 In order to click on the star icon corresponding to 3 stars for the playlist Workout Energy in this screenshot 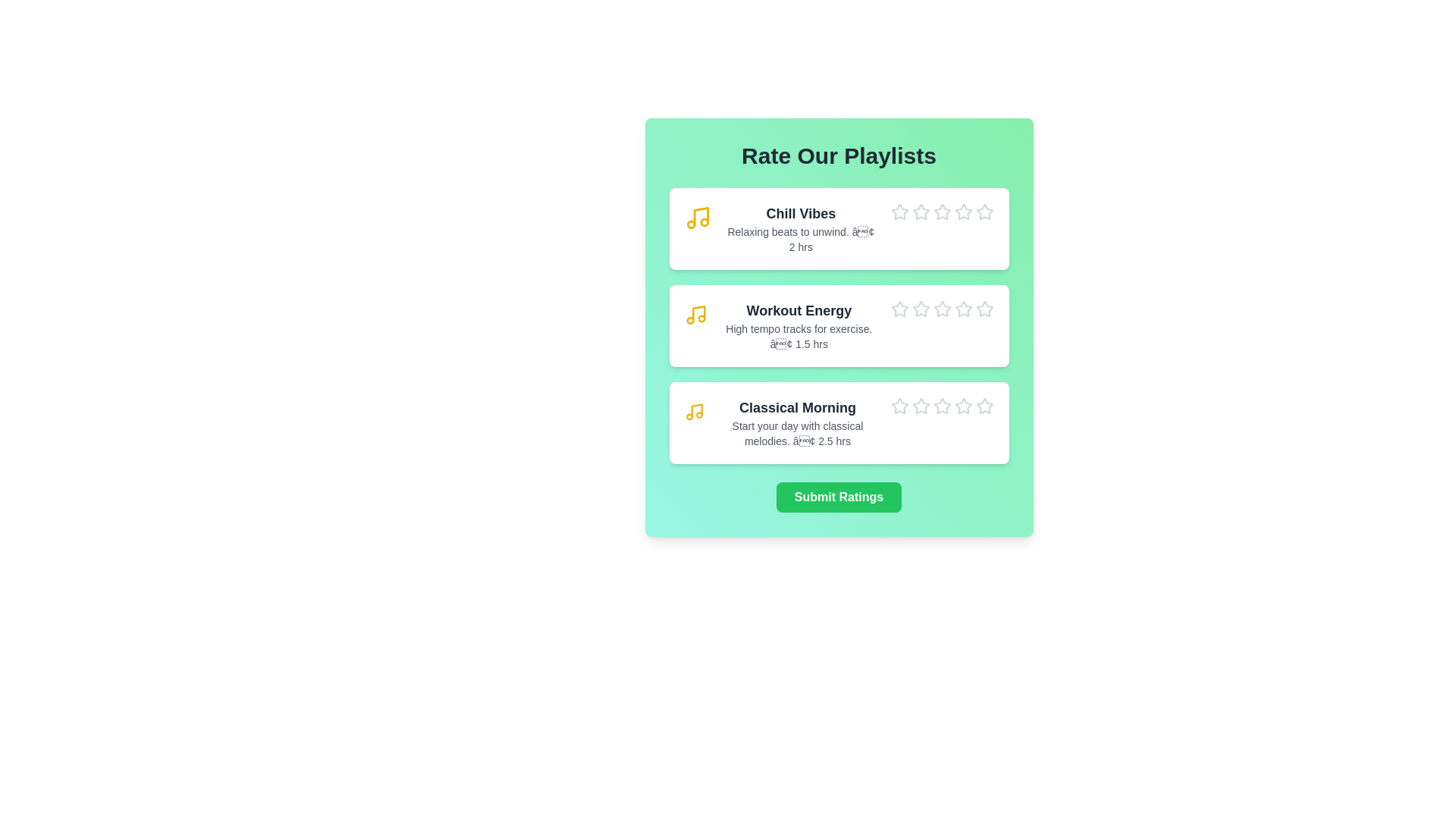, I will do `click(932, 300)`.